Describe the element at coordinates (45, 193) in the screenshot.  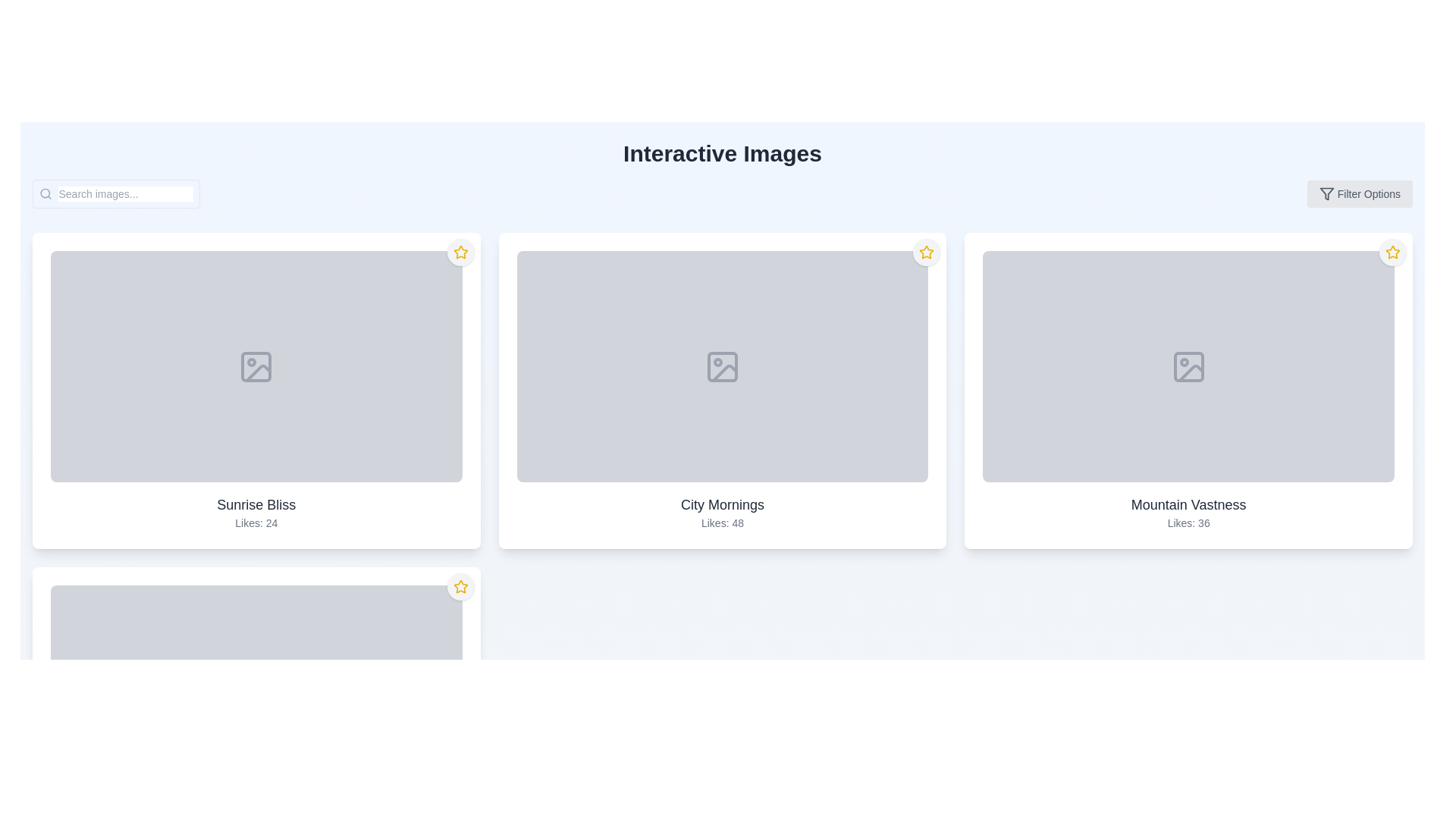
I see `the search icon located in the top-left corner of the display, which serves as a visual cue for initiating a search query` at that location.